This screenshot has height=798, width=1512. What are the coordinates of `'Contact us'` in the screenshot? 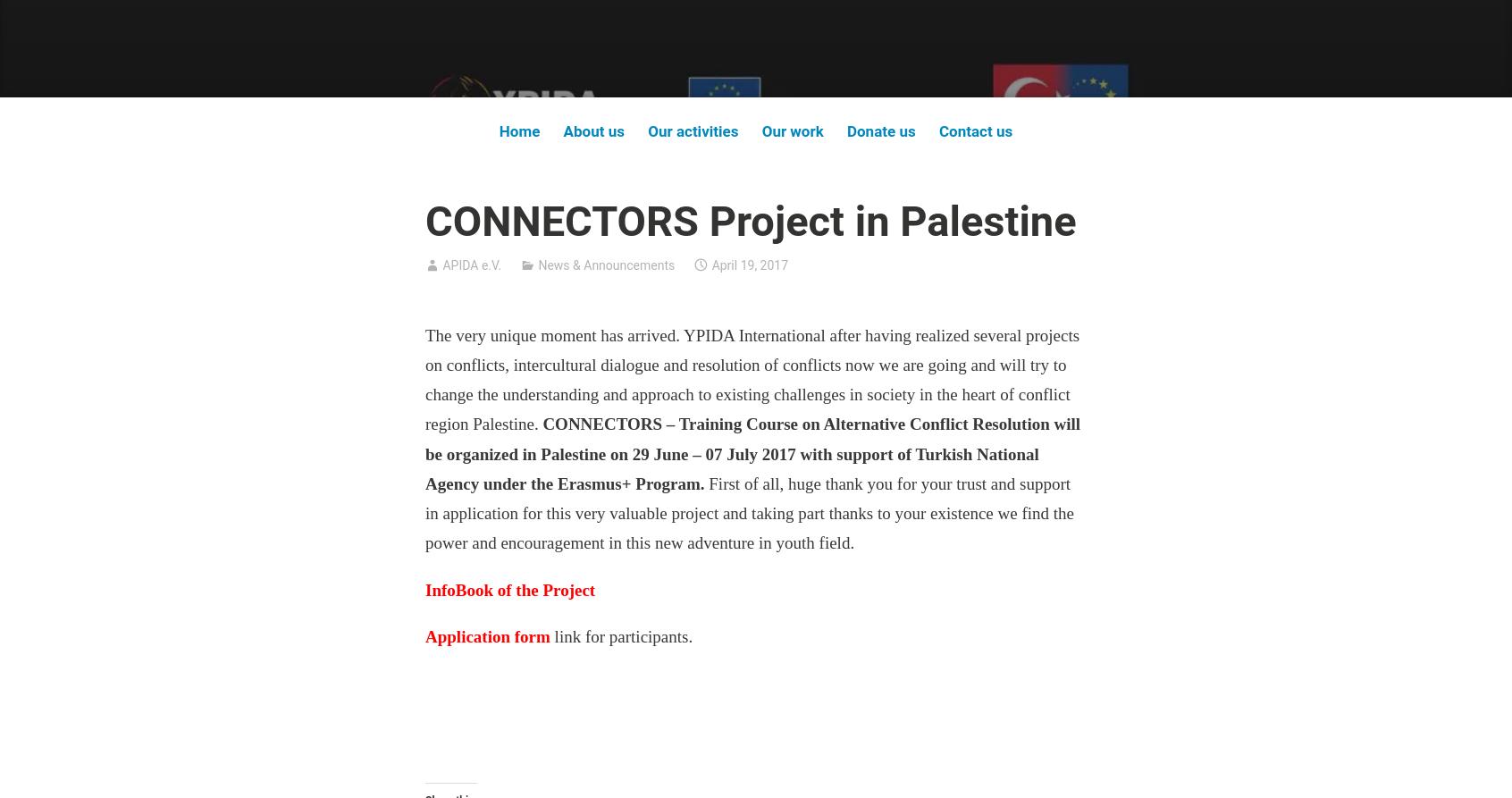 It's located at (975, 130).